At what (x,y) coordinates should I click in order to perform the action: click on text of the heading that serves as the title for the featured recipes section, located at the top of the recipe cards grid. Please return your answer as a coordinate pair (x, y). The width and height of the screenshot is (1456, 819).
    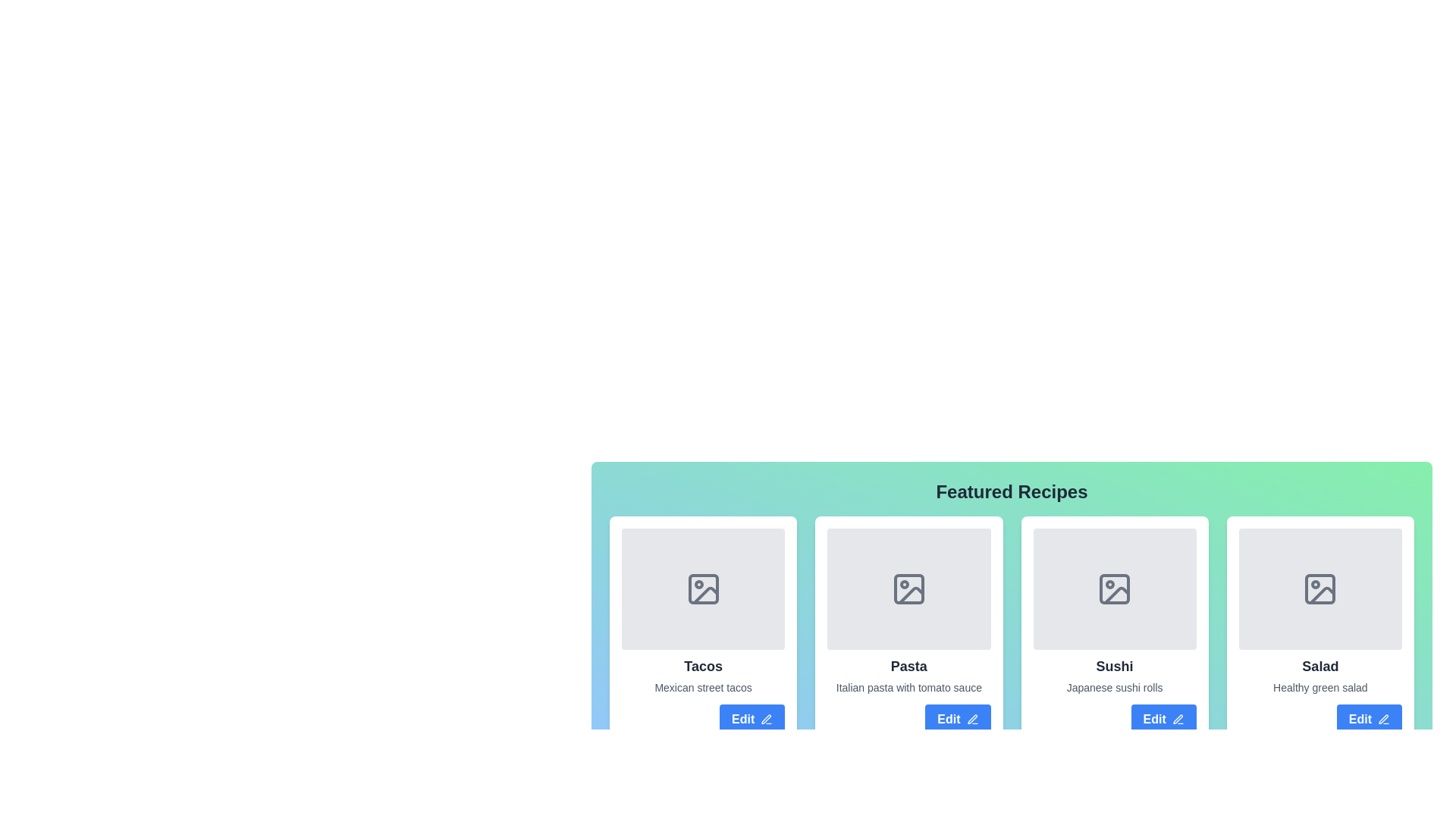
    Looking at the image, I should click on (1012, 491).